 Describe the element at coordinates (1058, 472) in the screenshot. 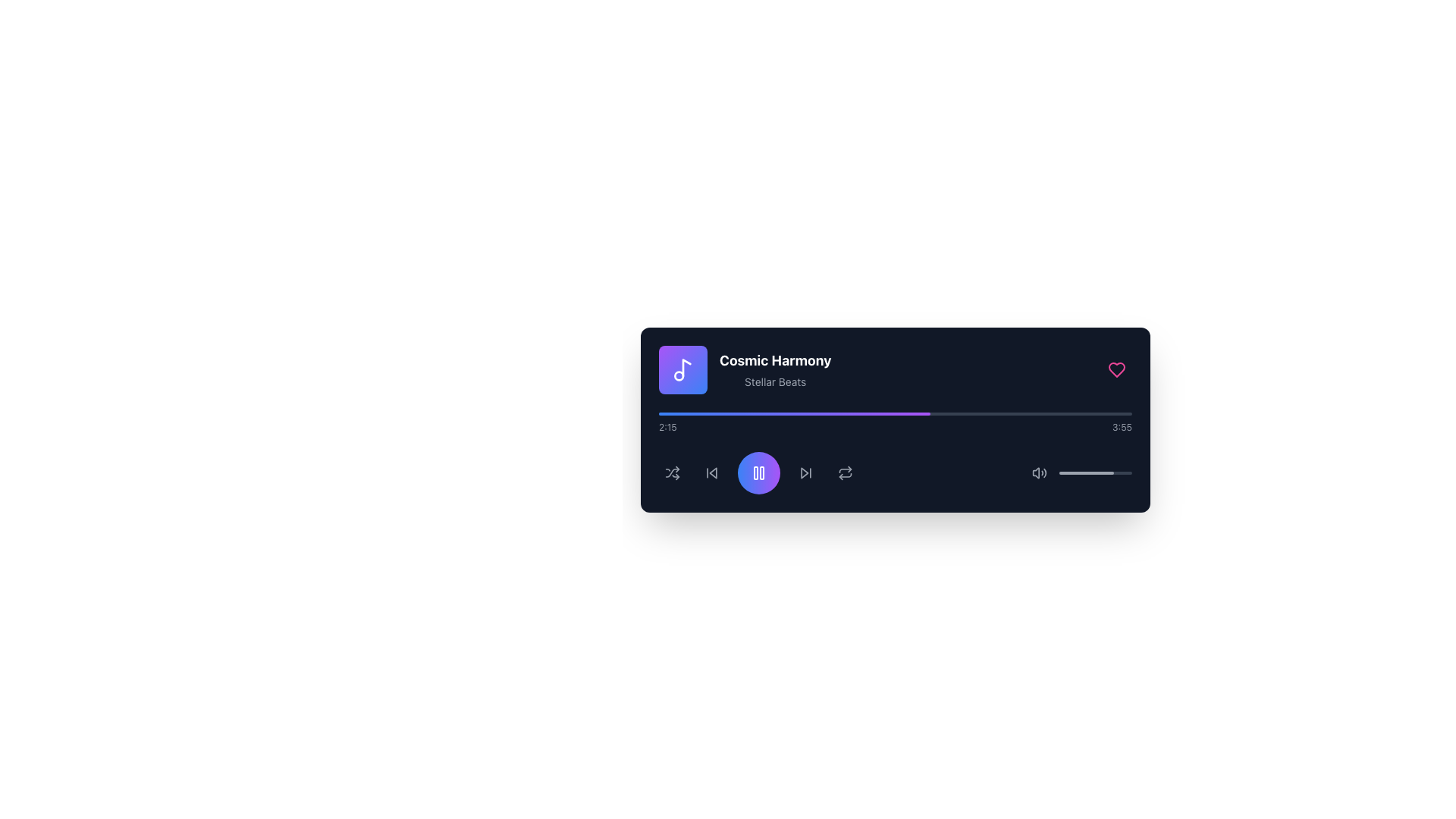

I see `the volume slider` at that location.